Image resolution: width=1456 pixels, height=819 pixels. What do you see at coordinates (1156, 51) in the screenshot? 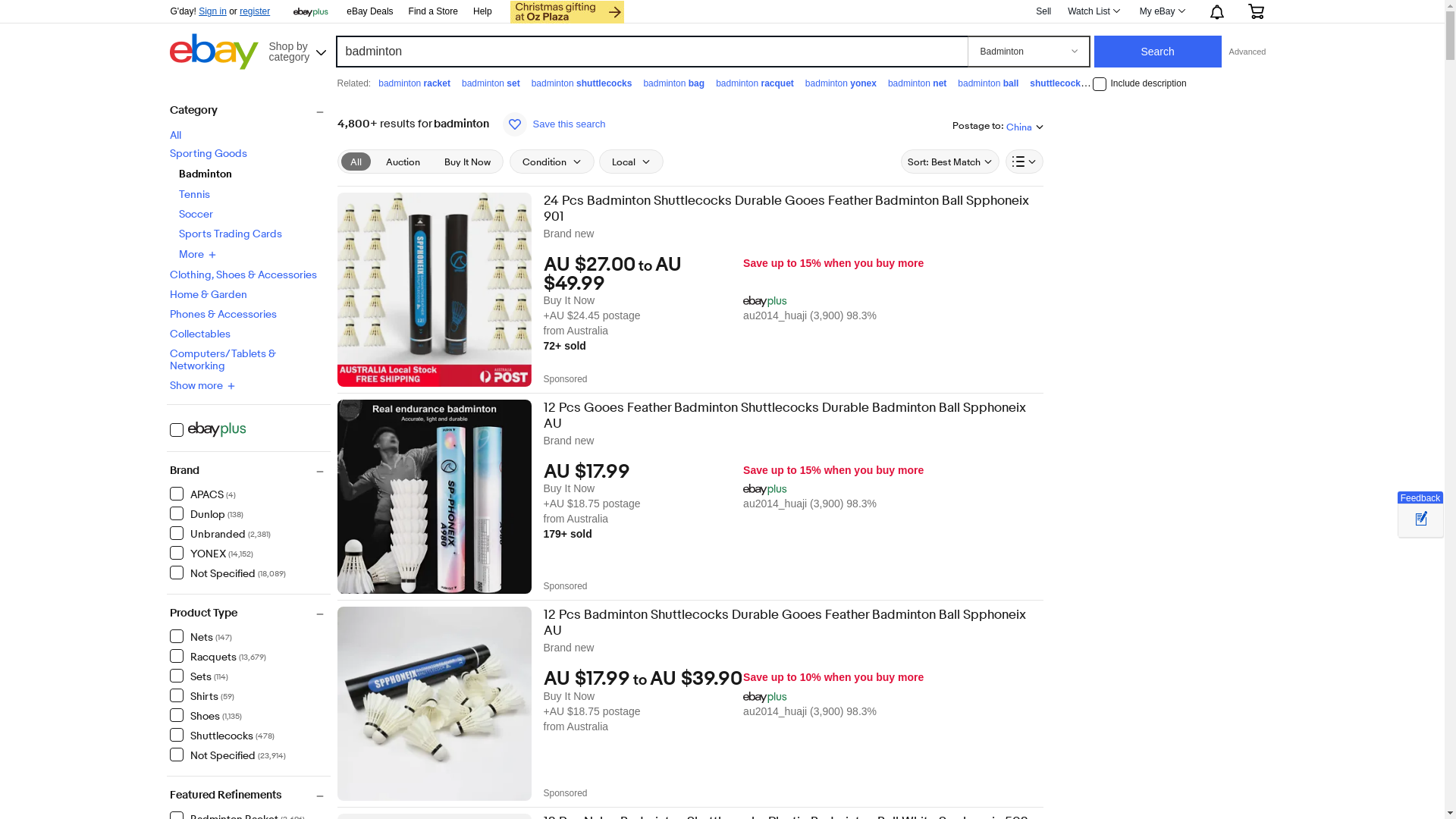
I see `'Search'` at bounding box center [1156, 51].